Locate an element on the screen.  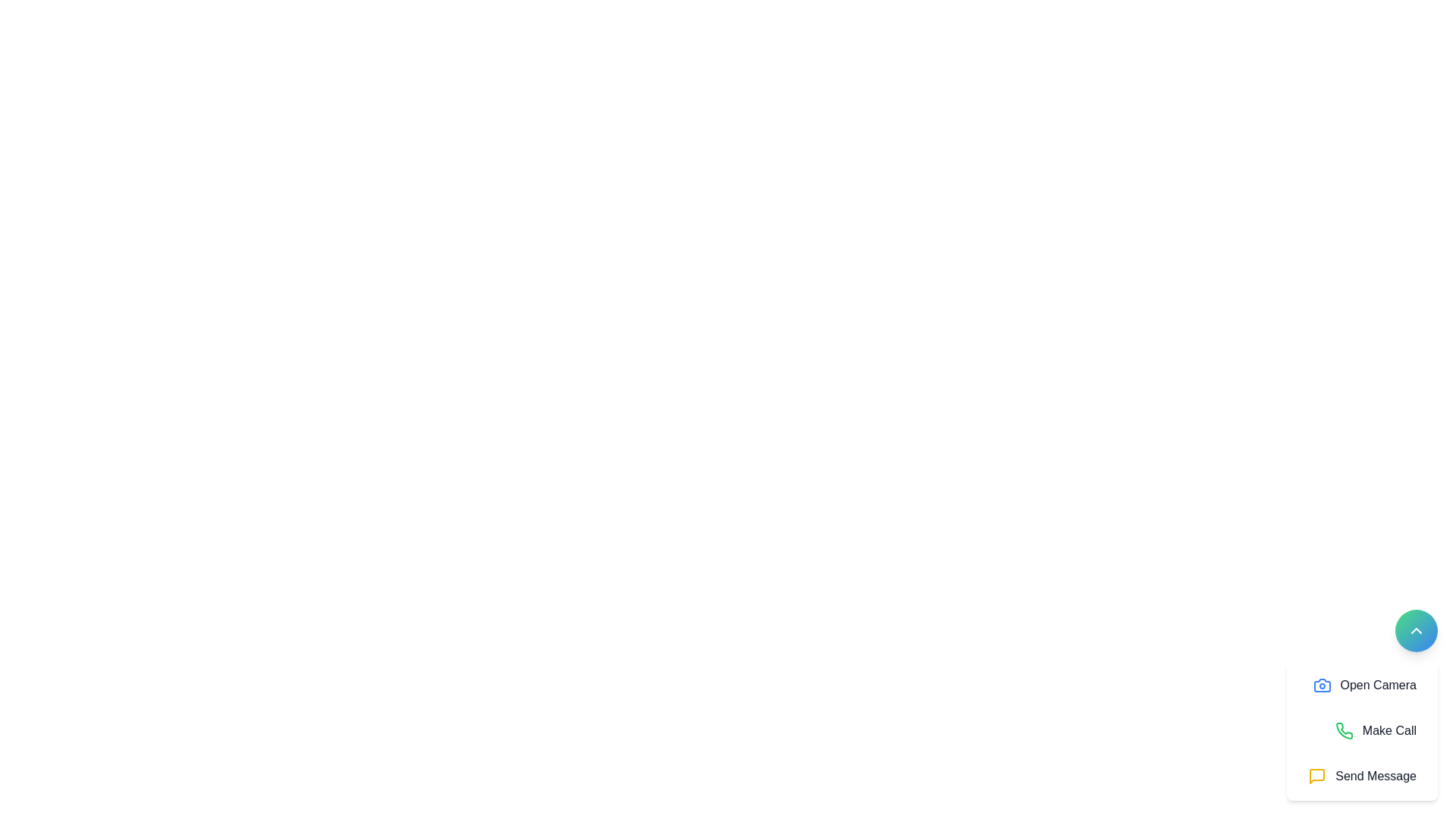
the 'Open Camera' button, which is a blue camera icon button with rounded corners located at the top of a group of buttons within a white card is located at coordinates (1364, 685).